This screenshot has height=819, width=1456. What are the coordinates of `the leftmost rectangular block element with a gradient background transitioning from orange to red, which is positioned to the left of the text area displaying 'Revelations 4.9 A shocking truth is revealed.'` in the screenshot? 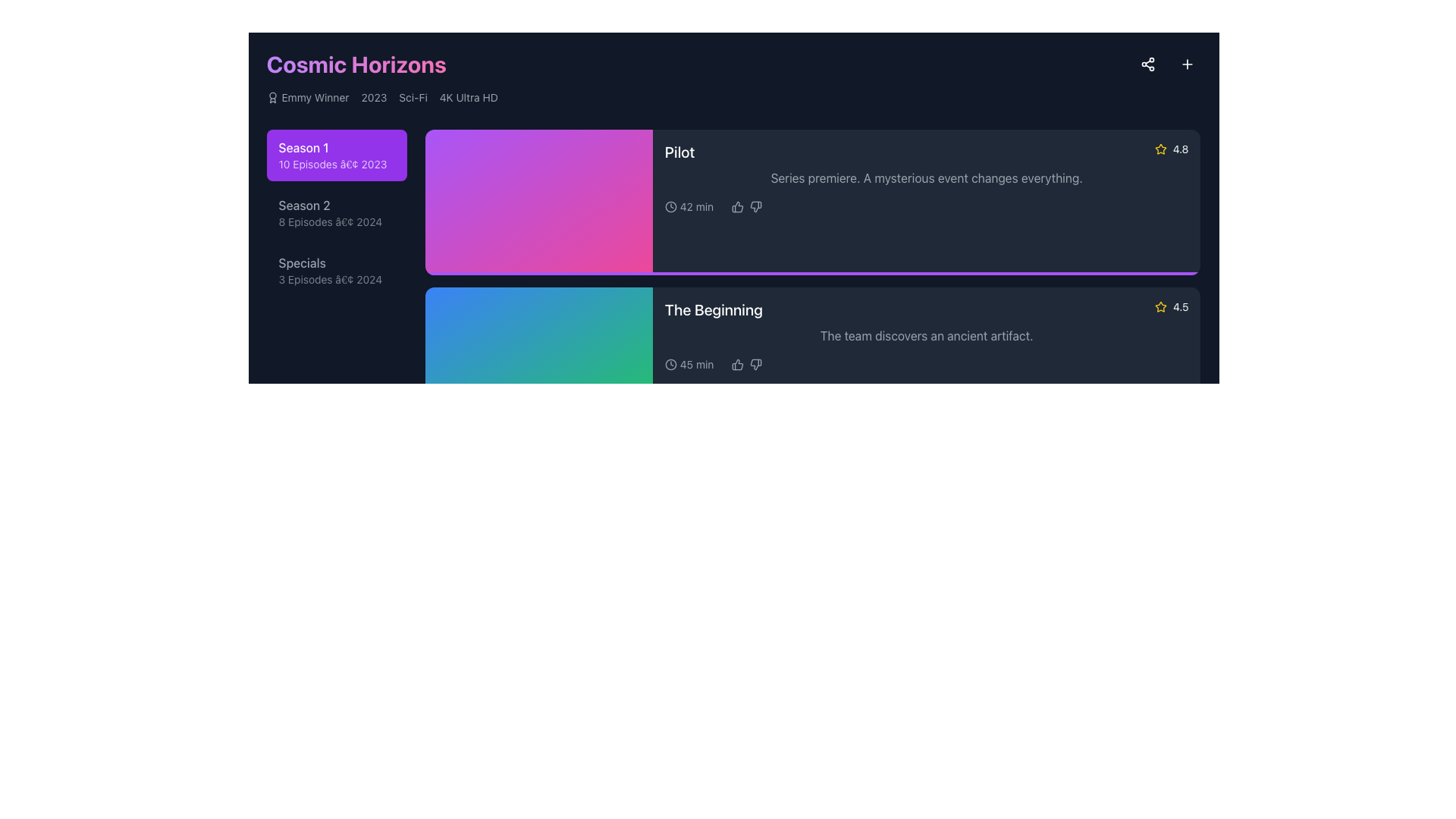 It's located at (538, 516).